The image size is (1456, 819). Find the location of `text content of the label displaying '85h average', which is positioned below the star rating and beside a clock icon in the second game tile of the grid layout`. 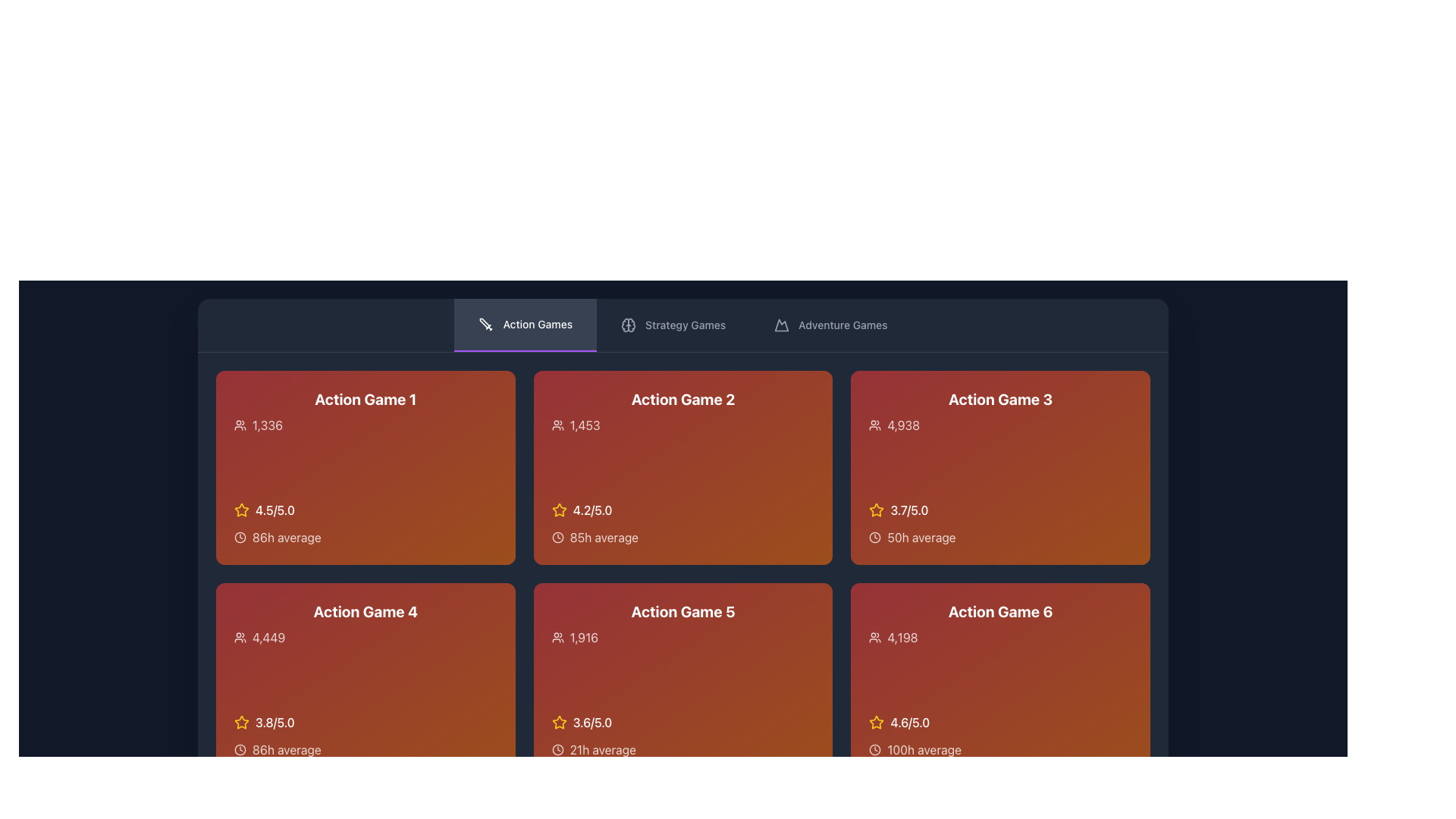

text content of the label displaying '85h average', which is positioned below the star rating and beside a clock icon in the second game tile of the grid layout is located at coordinates (603, 537).